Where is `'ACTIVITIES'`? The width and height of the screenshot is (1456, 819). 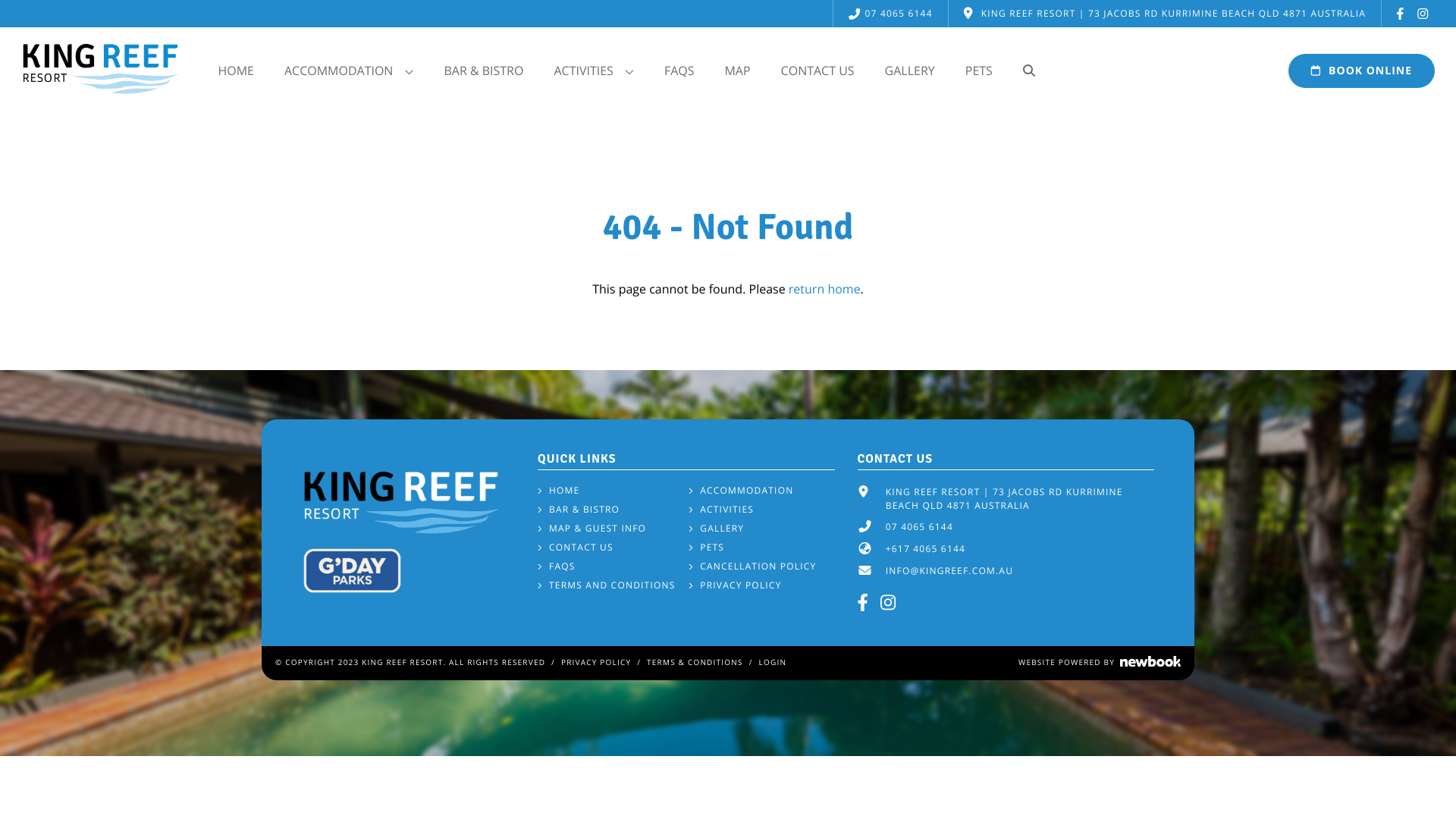
'ACTIVITIES' is located at coordinates (592, 70).